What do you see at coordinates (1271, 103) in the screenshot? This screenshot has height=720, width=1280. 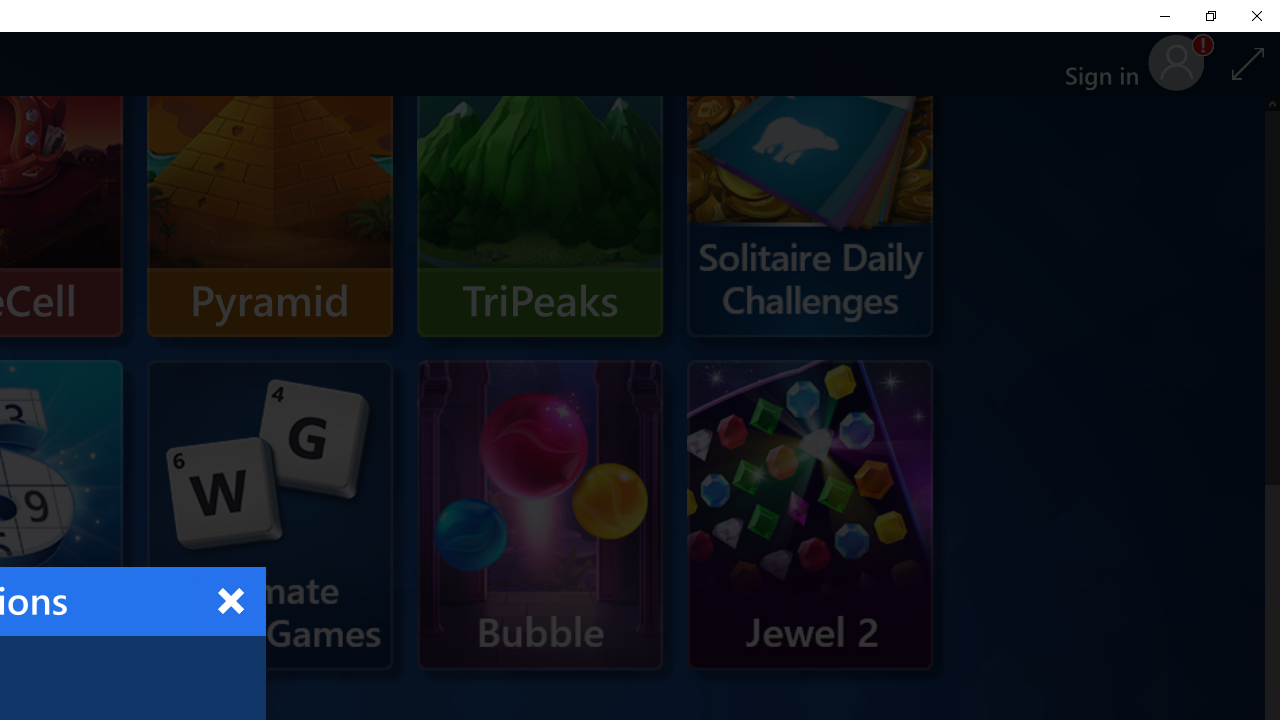 I see `'AutomationID: up_arrow_0'` at bounding box center [1271, 103].